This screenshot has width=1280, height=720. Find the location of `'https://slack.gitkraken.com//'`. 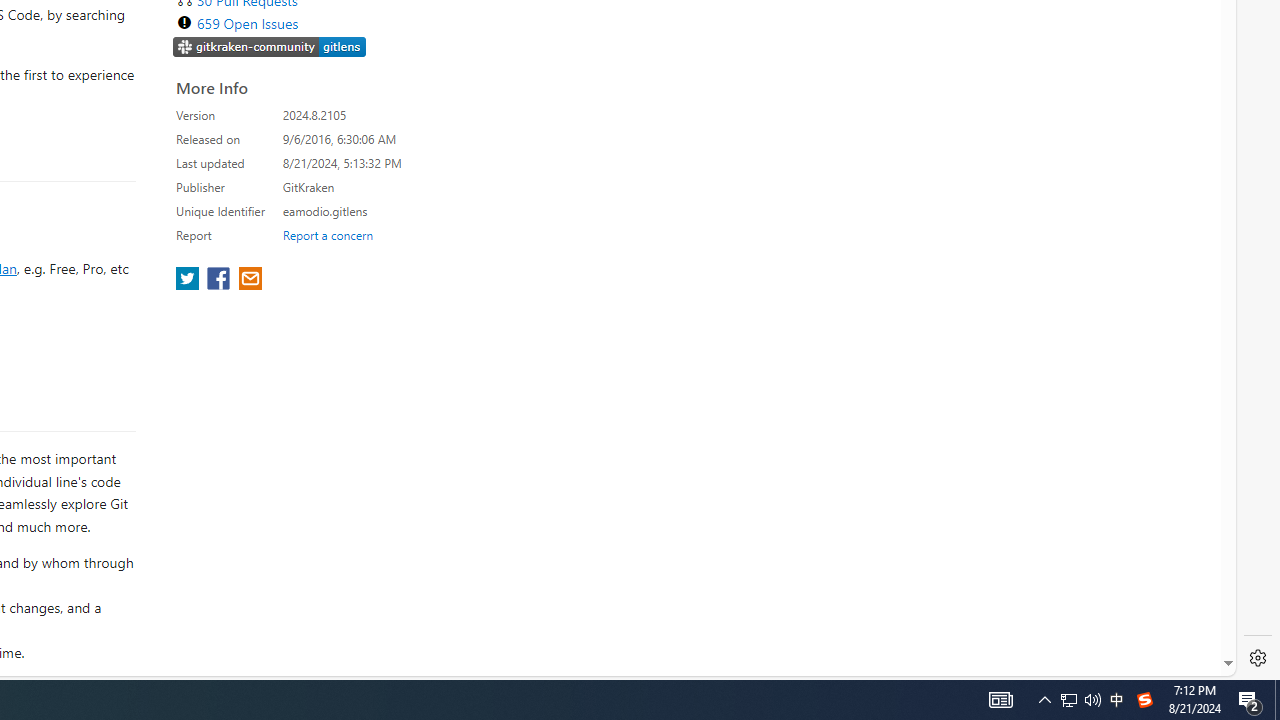

'https://slack.gitkraken.com//' is located at coordinates (269, 47).